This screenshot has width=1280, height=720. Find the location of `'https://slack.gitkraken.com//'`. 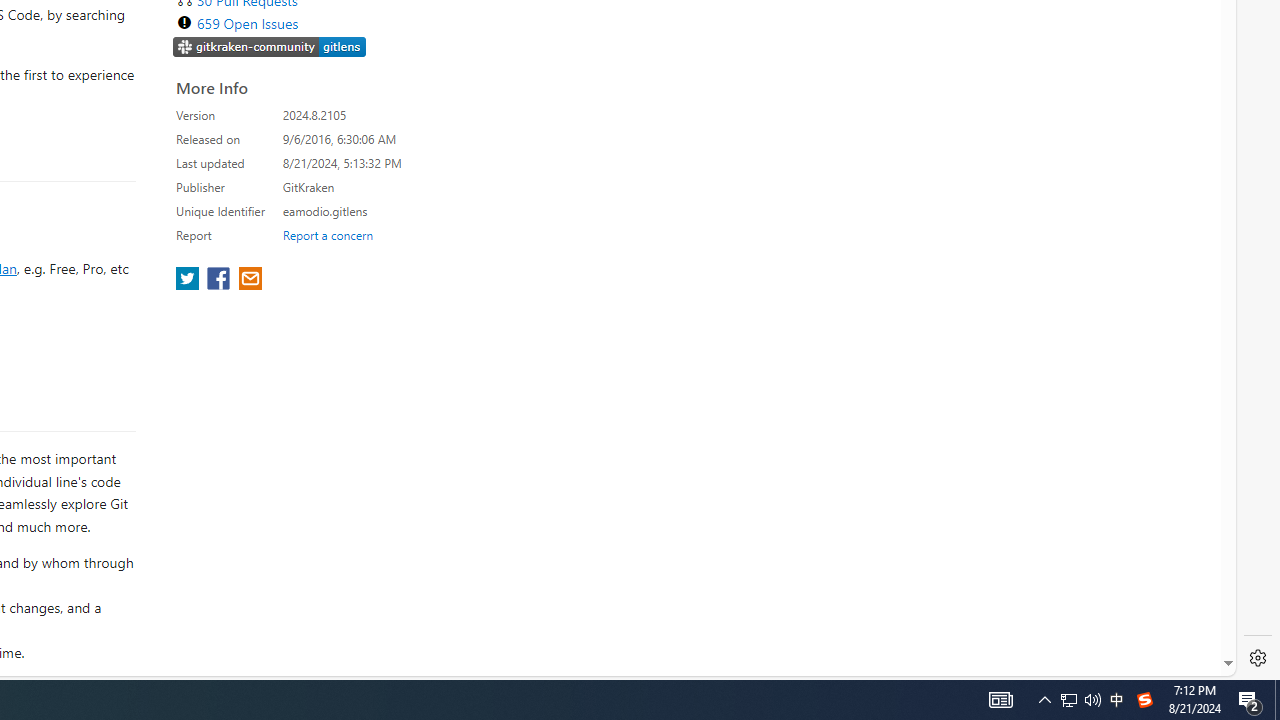

'https://slack.gitkraken.com//' is located at coordinates (269, 47).